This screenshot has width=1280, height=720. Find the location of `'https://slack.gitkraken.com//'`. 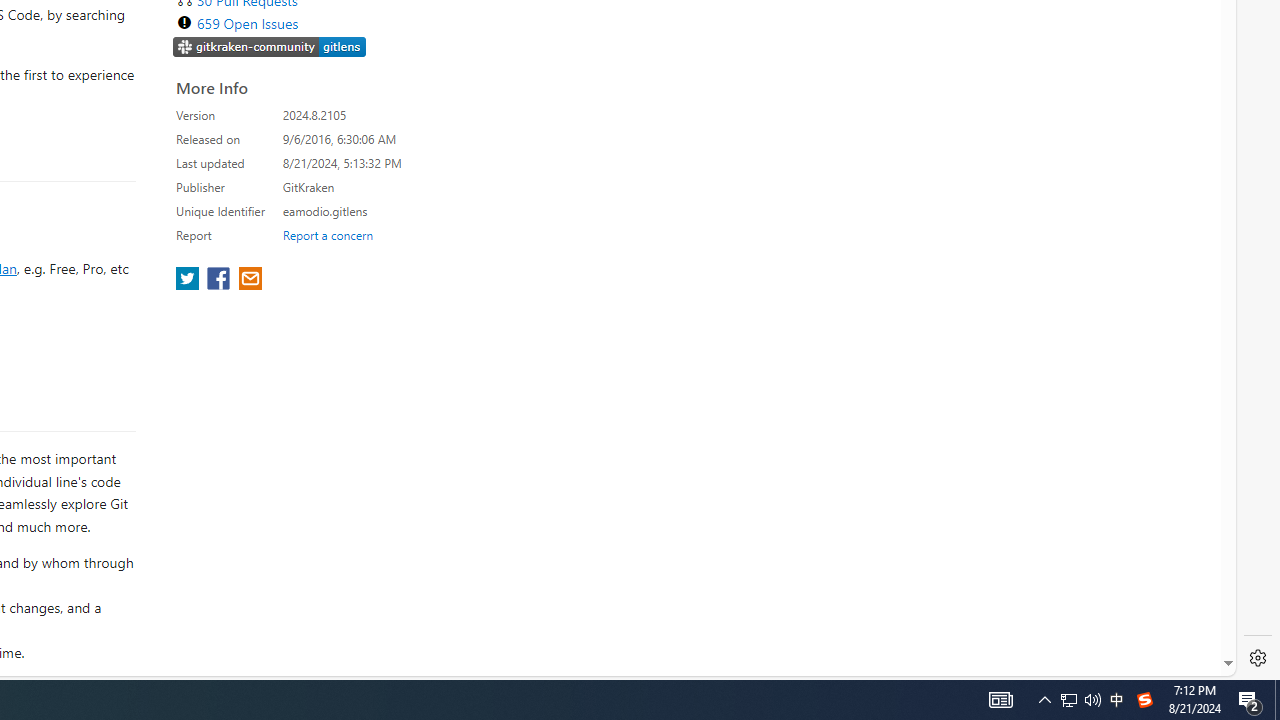

'https://slack.gitkraken.com//' is located at coordinates (269, 47).